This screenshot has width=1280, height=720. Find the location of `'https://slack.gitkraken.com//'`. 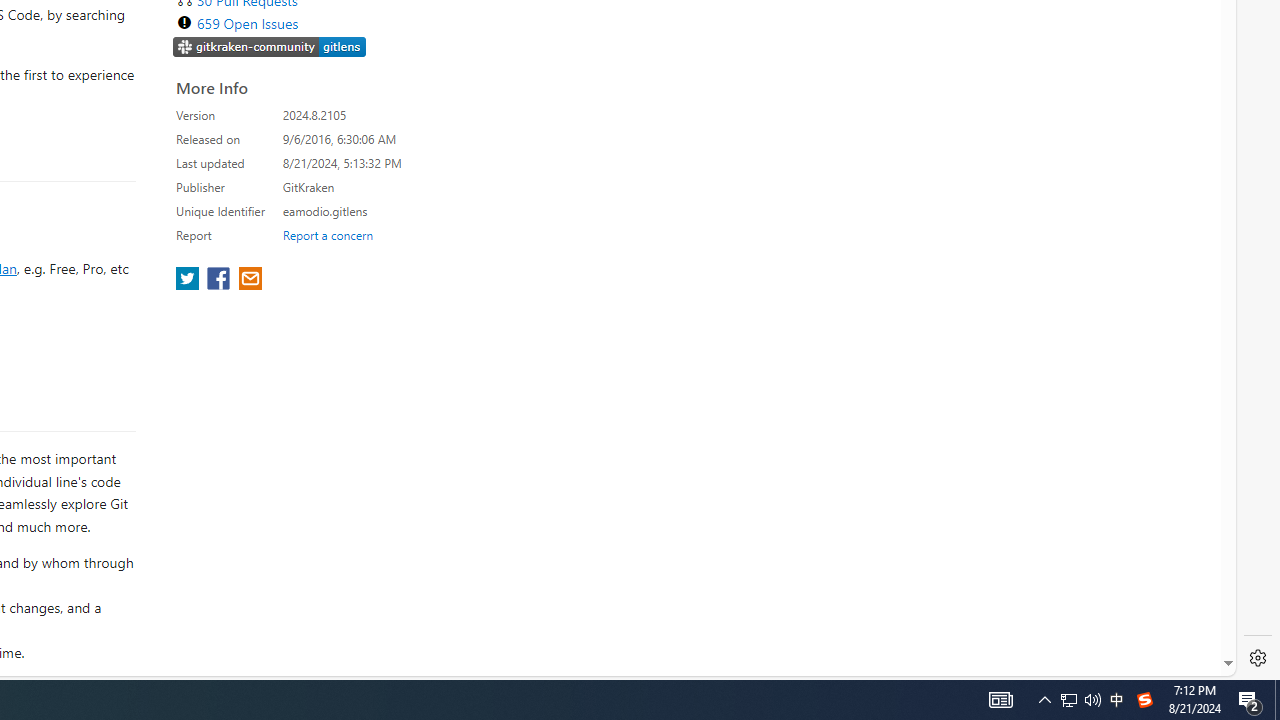

'https://slack.gitkraken.com//' is located at coordinates (269, 47).